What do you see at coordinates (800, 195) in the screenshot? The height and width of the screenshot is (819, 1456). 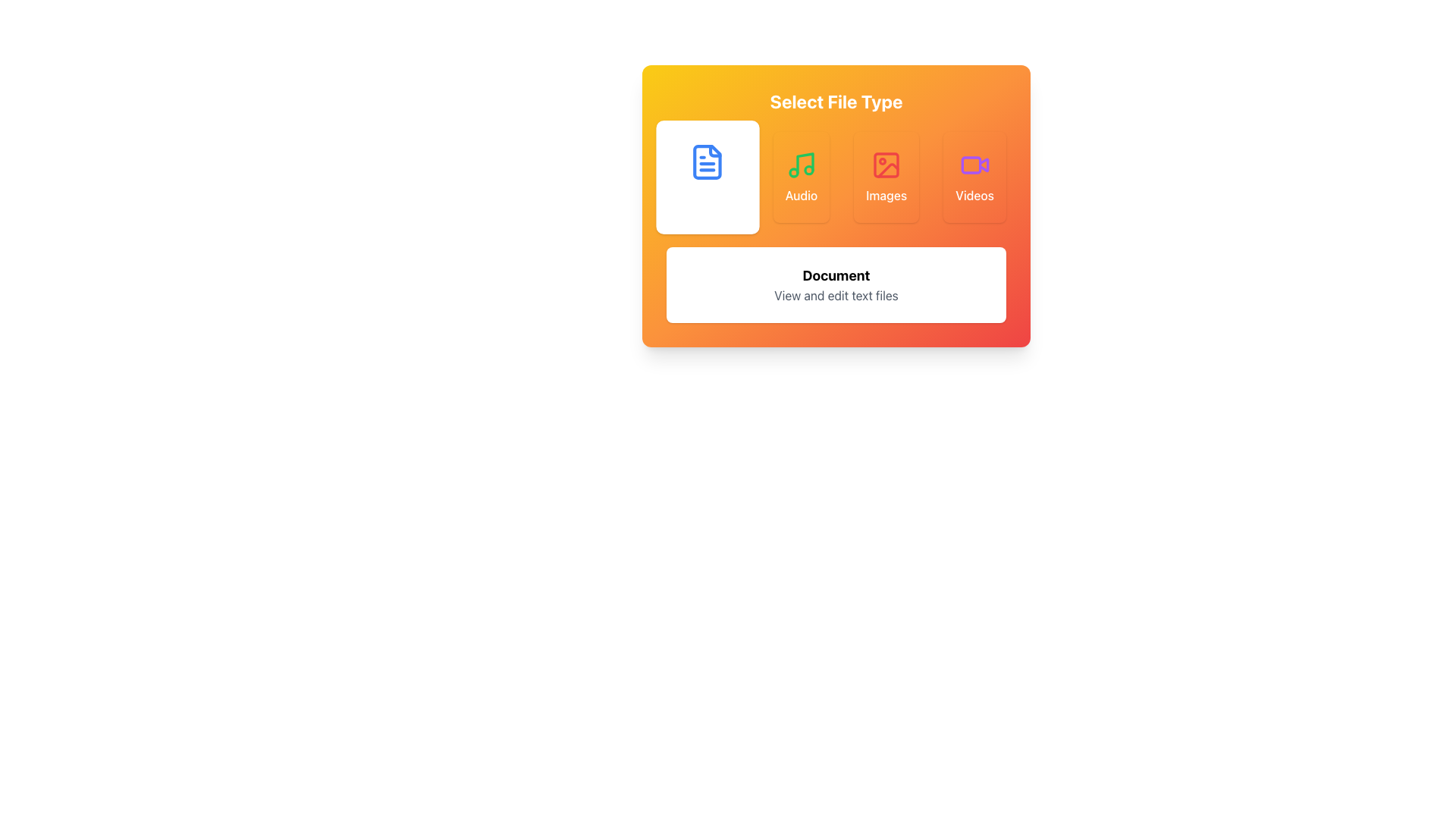 I see `the text label located at the bottom of the button-like structure within the 'Select File Type' card, which describes the action related to audio files` at bounding box center [800, 195].